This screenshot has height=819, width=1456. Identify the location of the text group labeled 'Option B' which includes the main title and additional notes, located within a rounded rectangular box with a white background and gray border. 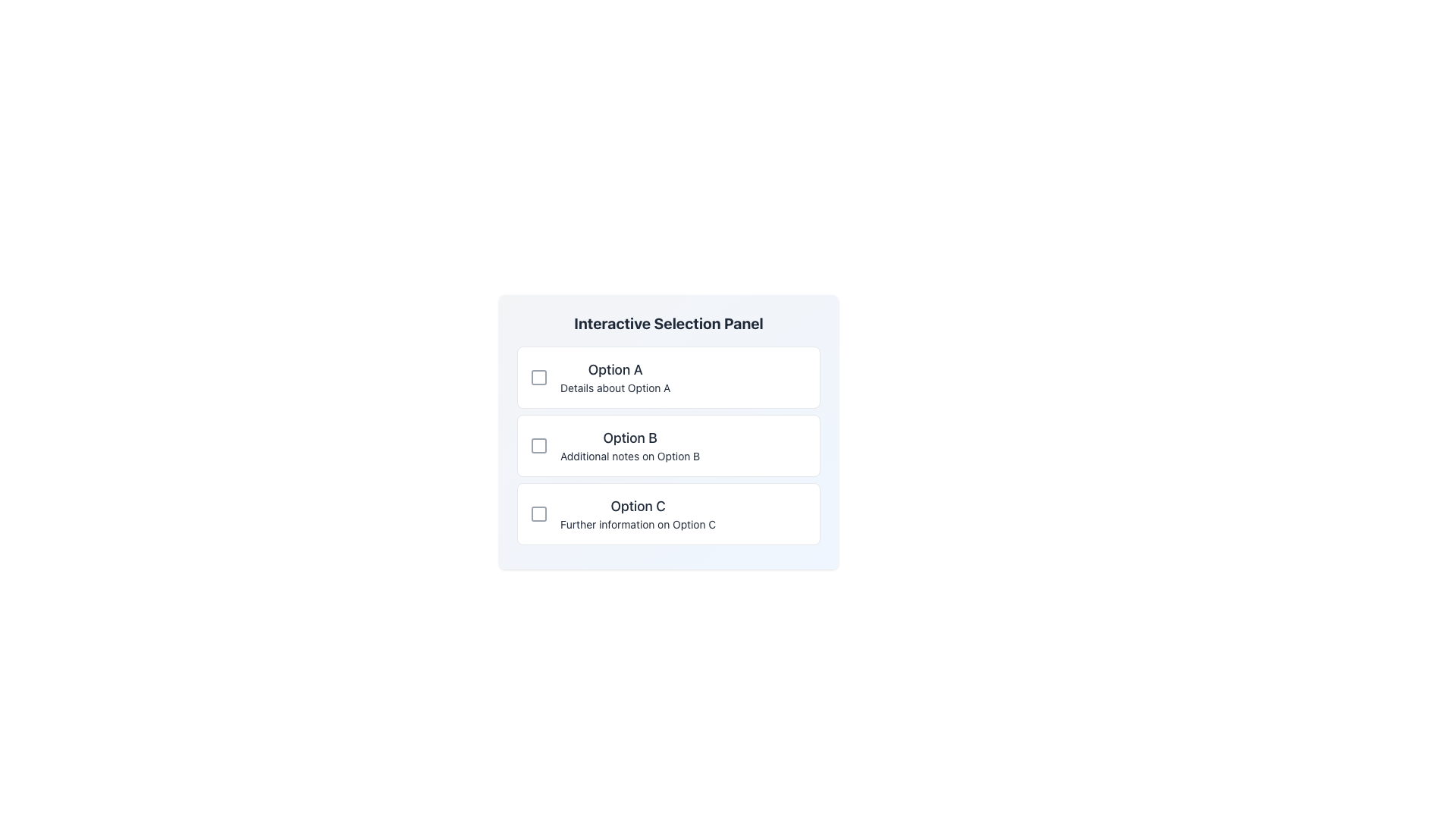
(630, 444).